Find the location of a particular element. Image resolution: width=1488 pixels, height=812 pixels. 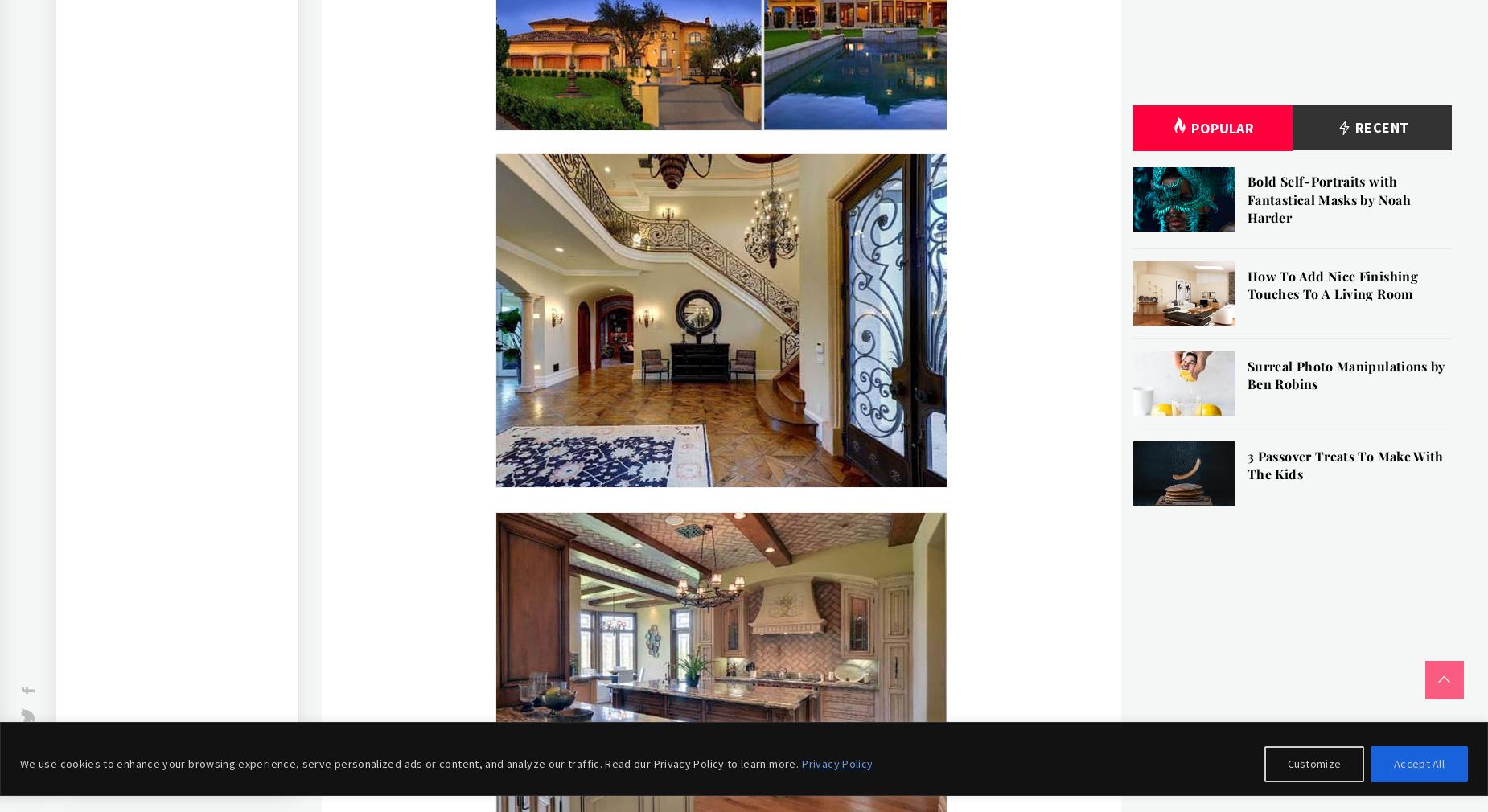

'Bold Self-Portraits with Fantastical Masks by Noah Harder' is located at coordinates (1328, 198).